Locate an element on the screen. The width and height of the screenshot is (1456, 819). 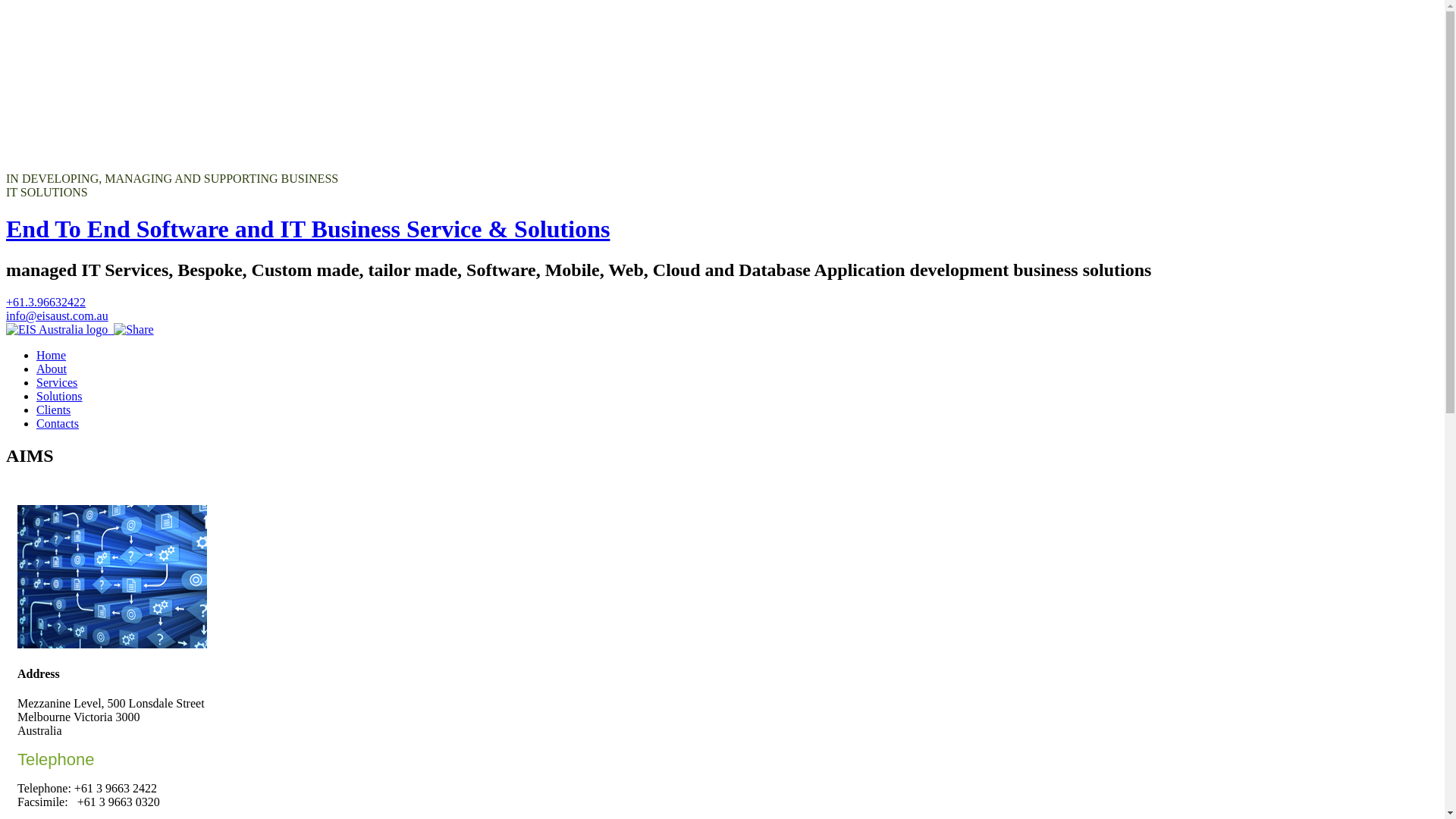
'Contact EIS Australia' is located at coordinates (58, 328).